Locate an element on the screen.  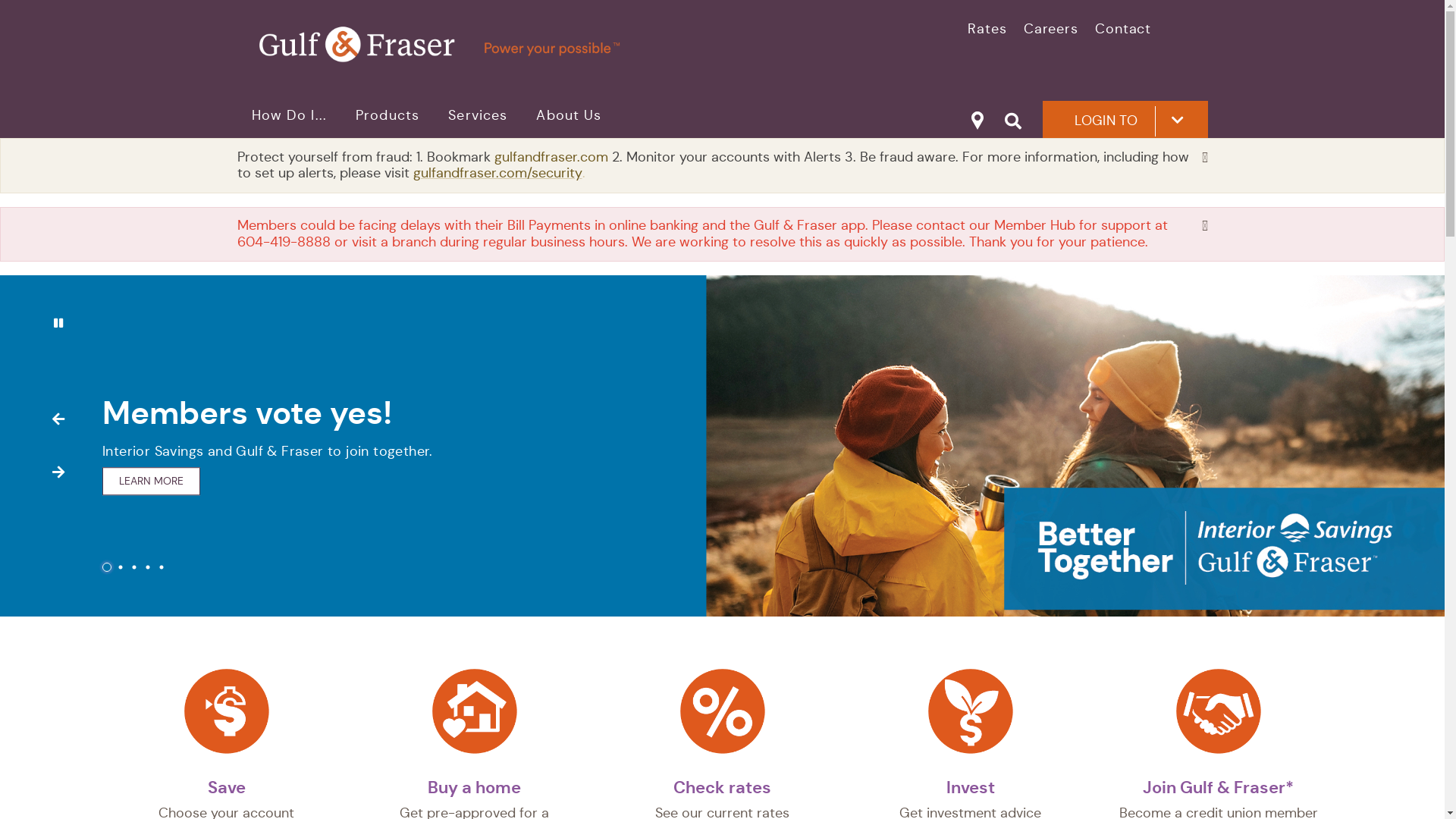
'Contact' is located at coordinates (1123, 29).